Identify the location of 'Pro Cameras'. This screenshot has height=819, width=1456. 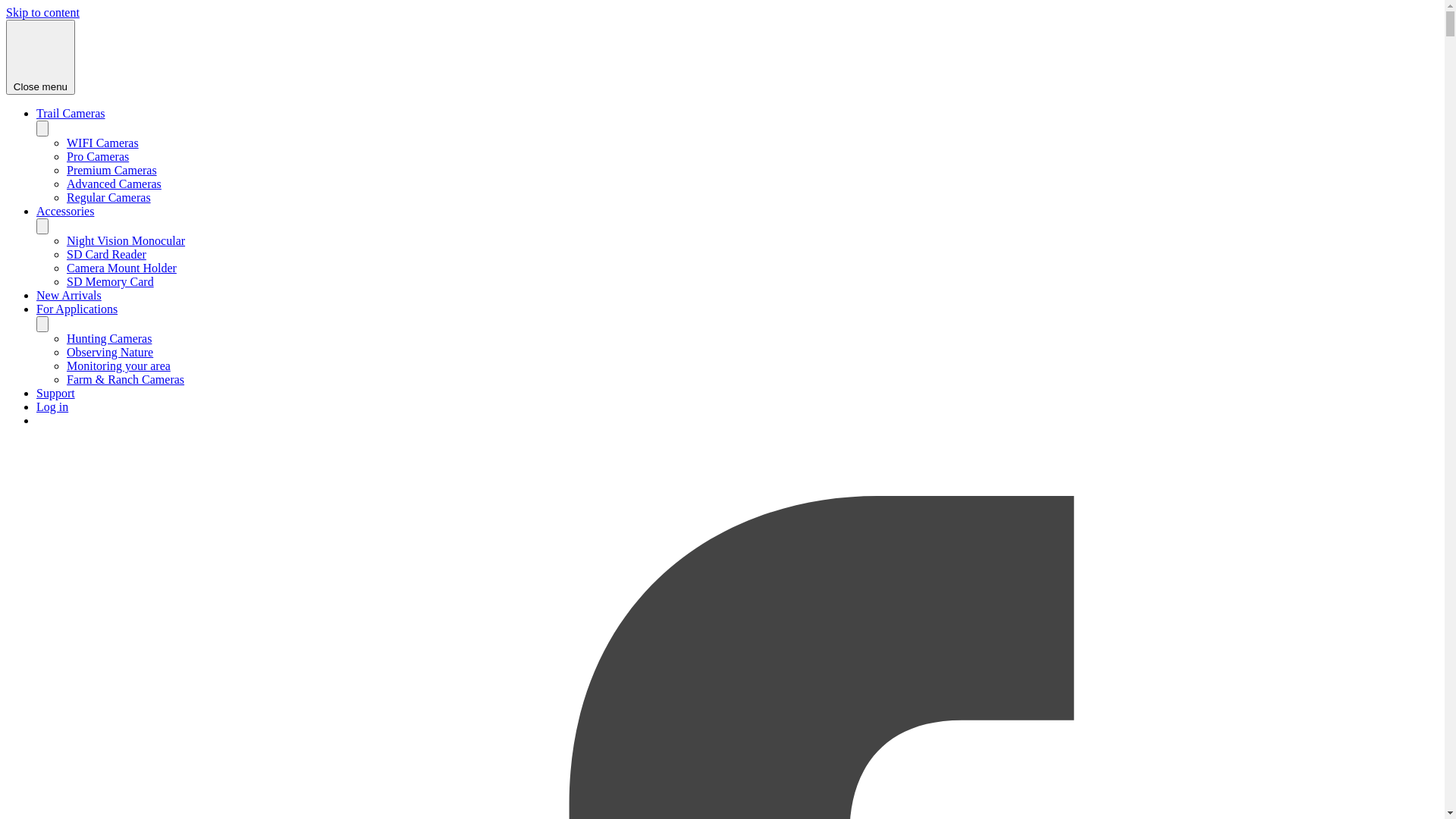
(97, 156).